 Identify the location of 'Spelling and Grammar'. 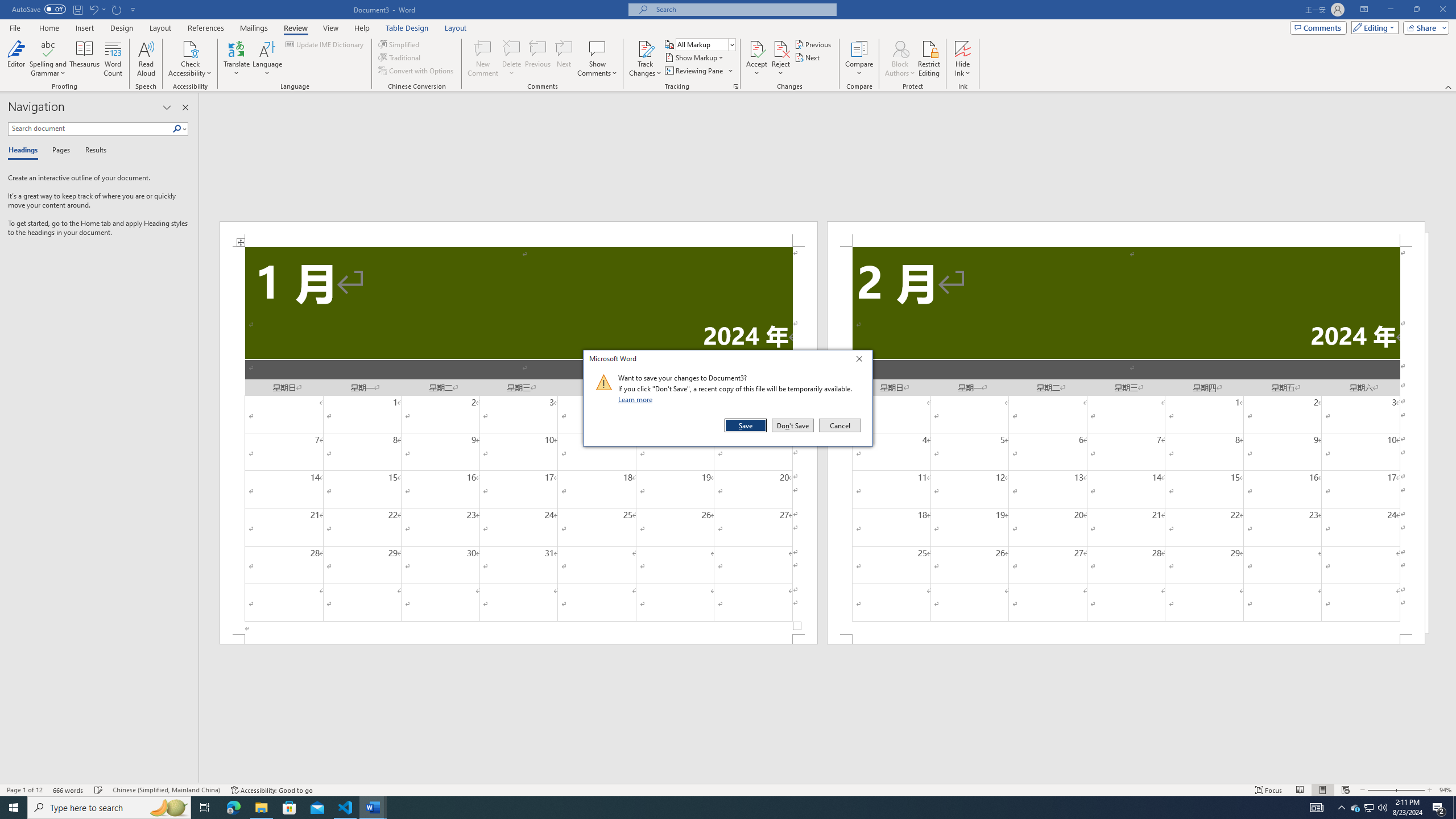
(48, 59).